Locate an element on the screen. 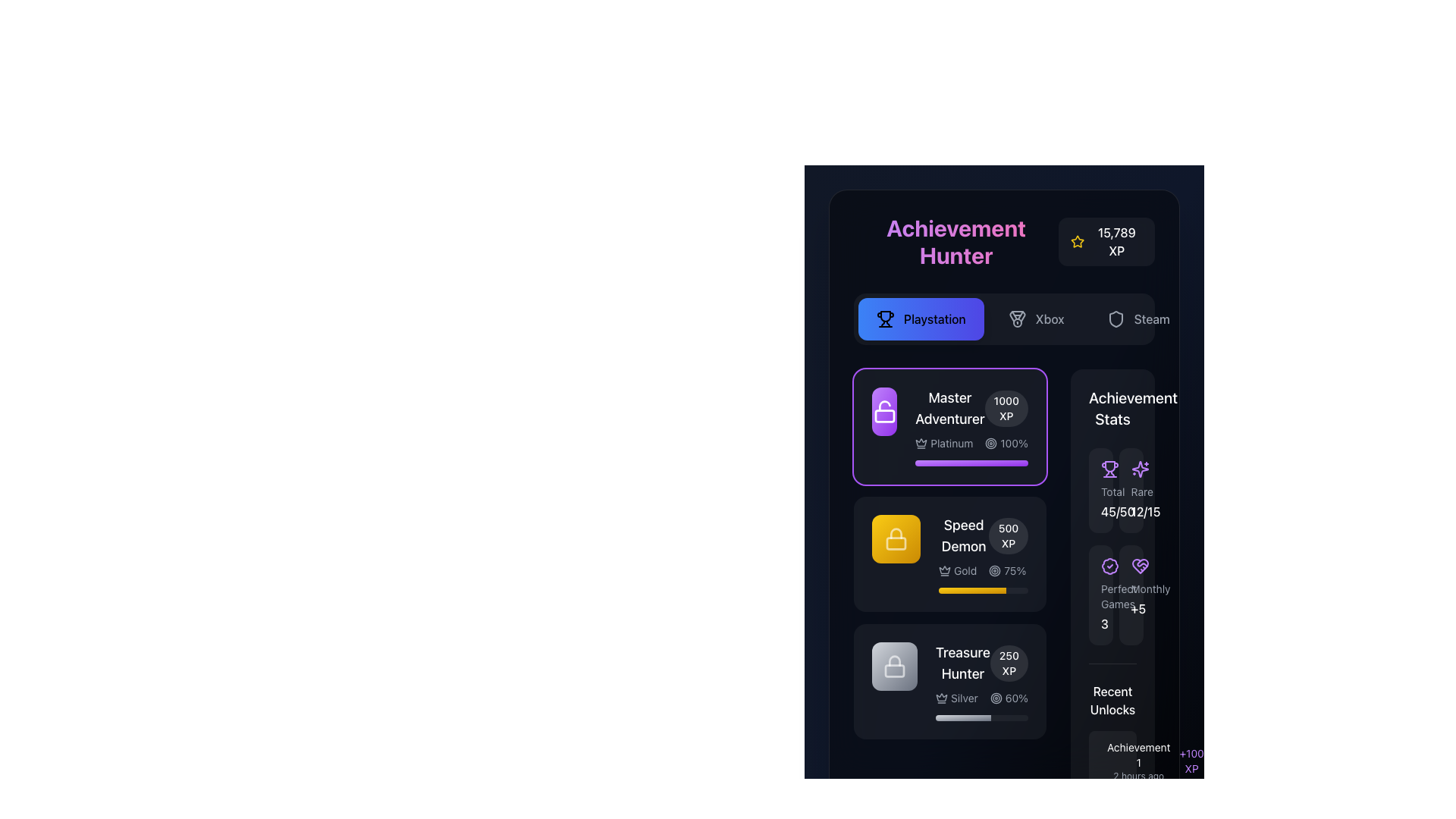  displayed text in the text display element located under the 'Recent Unlocks' heading, which shows details about a recently unlocked achievement is located at coordinates (1138, 761).